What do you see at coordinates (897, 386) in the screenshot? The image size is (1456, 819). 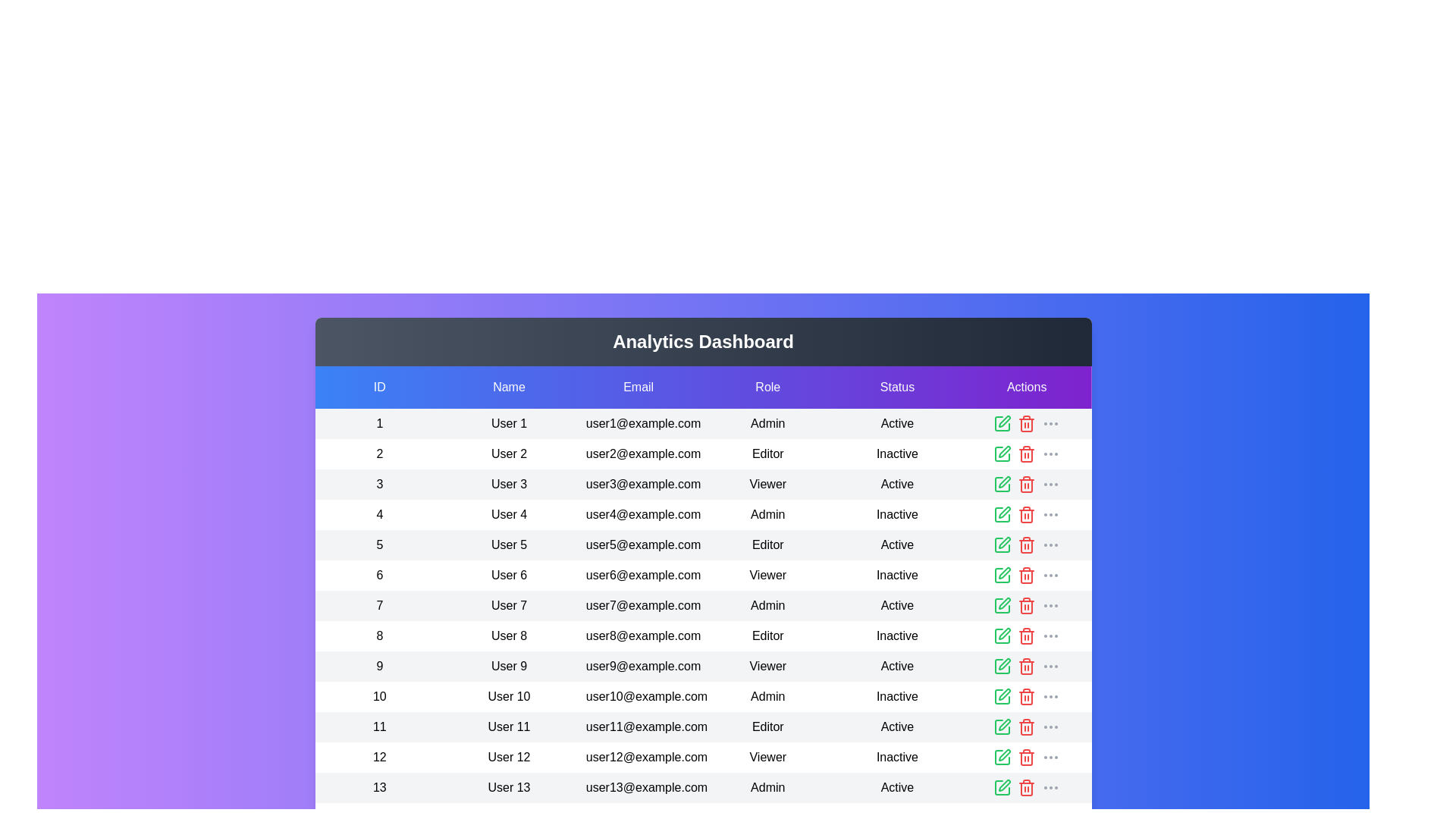 I see `the header of the column labeled 'Status' to sort the table by that column` at bounding box center [897, 386].